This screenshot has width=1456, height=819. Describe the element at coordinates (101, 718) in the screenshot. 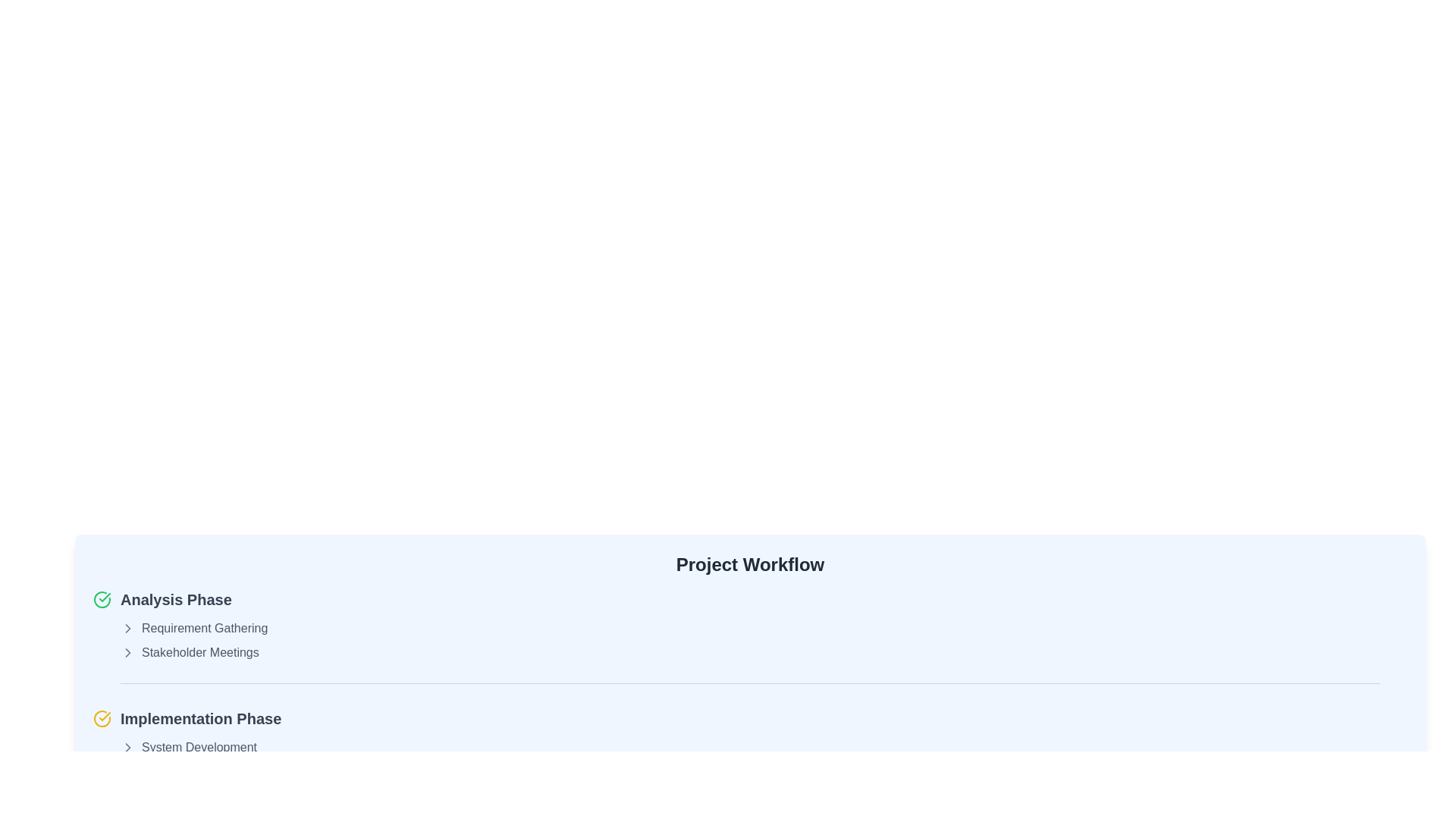

I see `the circular yellow checkmark icon located` at that location.